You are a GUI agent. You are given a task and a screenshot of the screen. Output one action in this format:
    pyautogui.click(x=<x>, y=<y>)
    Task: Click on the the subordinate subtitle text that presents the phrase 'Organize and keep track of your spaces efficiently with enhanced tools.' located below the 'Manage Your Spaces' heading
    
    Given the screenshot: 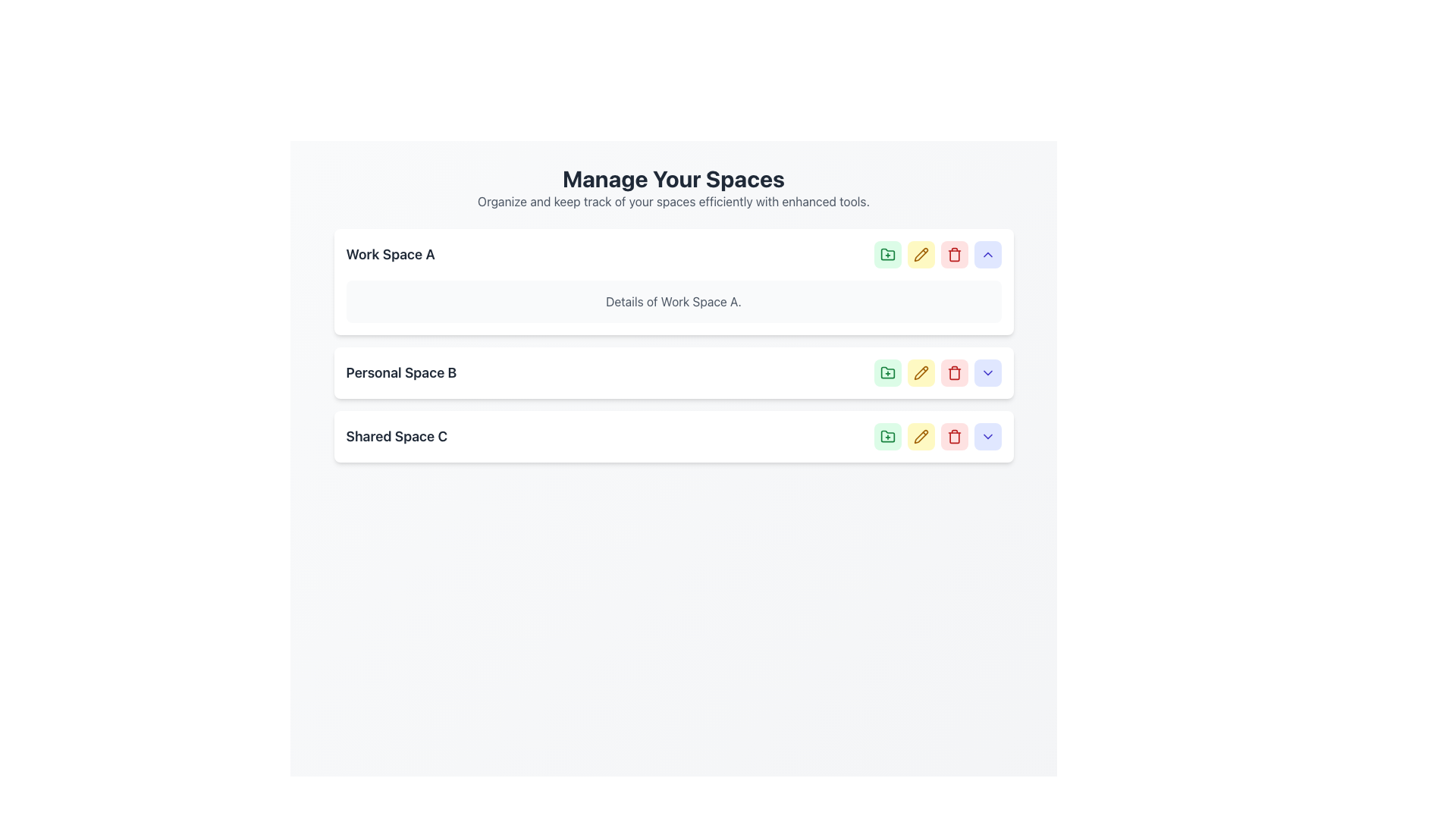 What is the action you would take?
    pyautogui.click(x=673, y=201)
    